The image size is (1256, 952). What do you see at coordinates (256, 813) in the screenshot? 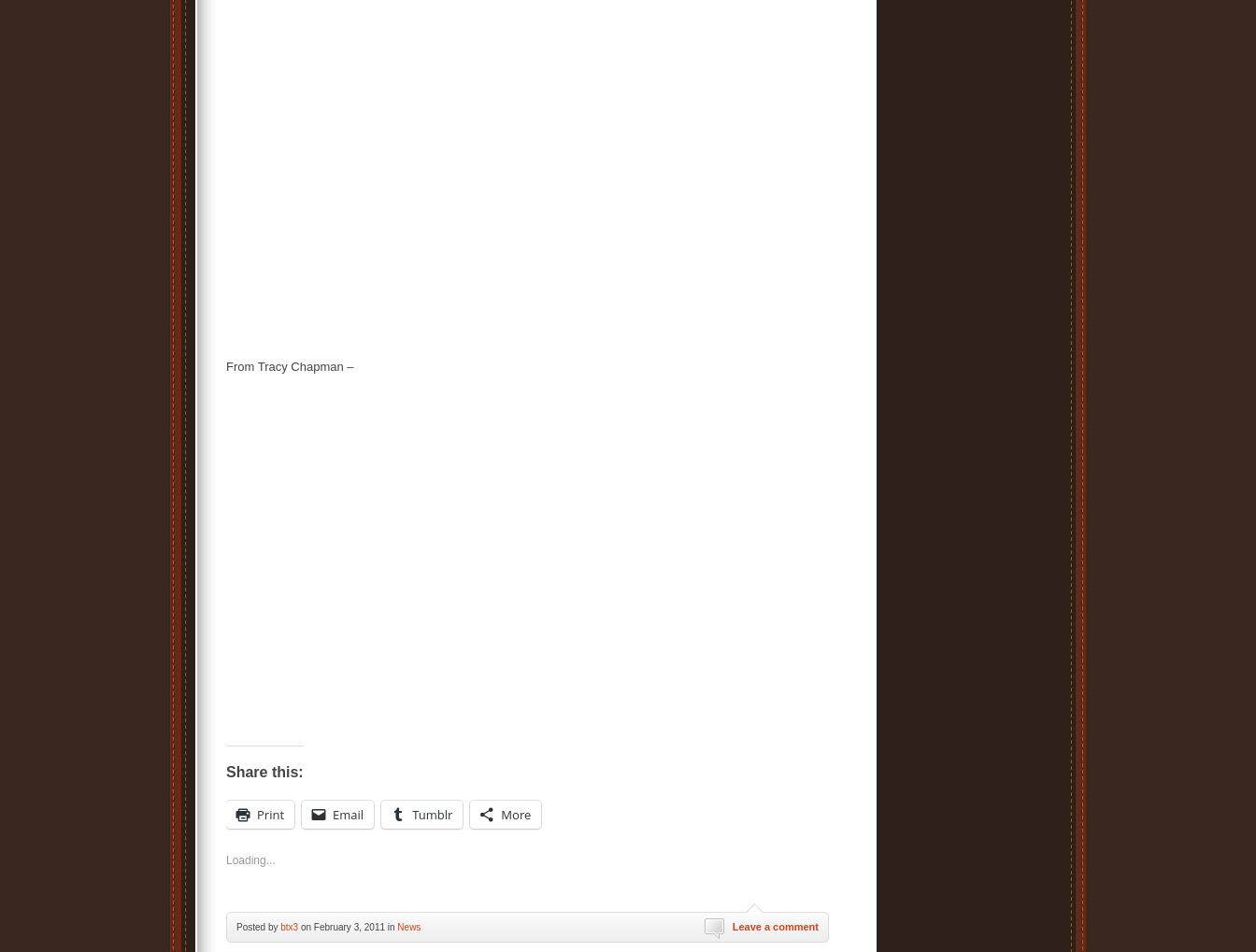
I see `'Print'` at bounding box center [256, 813].